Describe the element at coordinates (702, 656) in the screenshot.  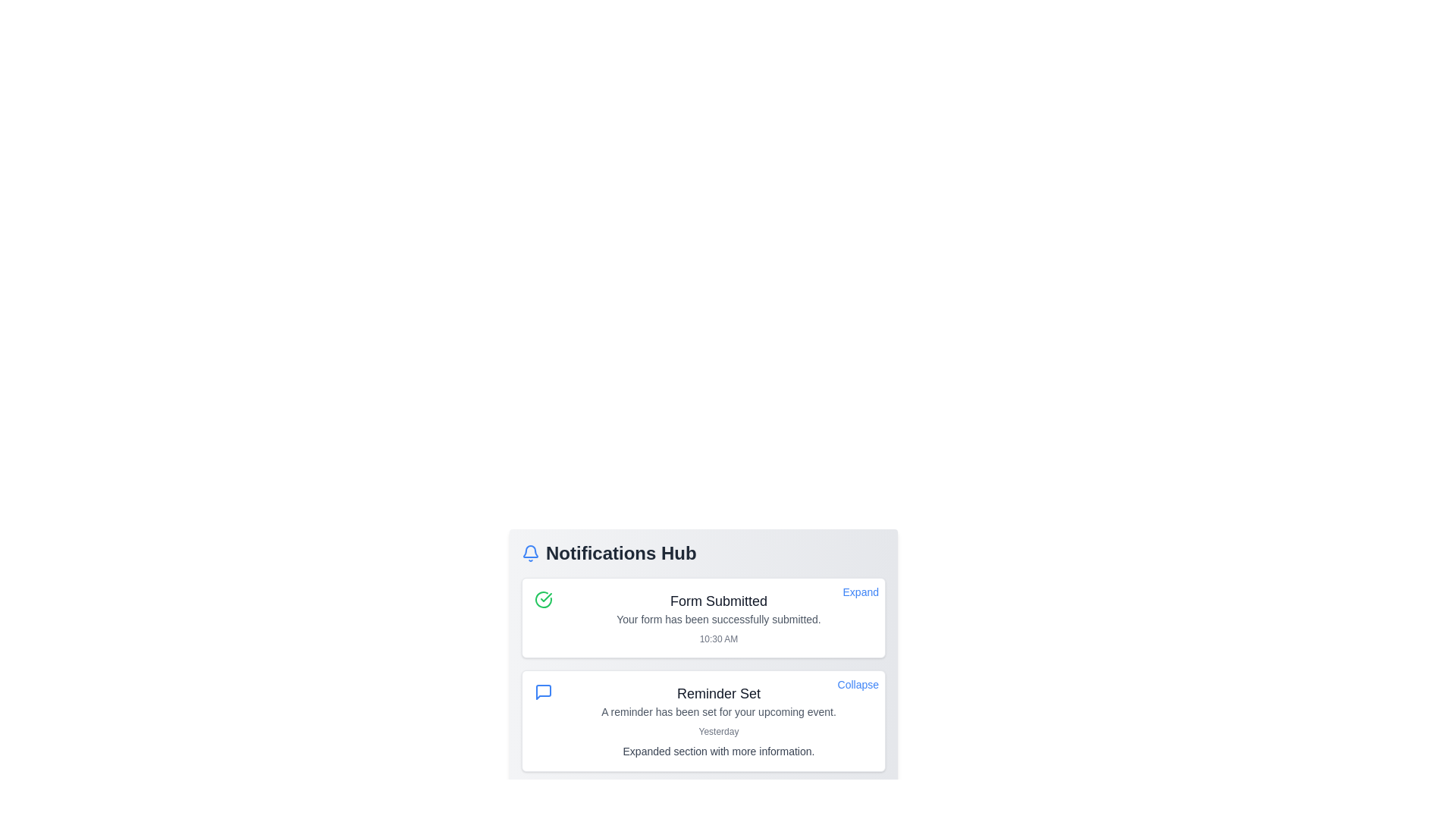
I see `the notification hub located at the center of the interface to expand or collapse individual notifications` at that location.